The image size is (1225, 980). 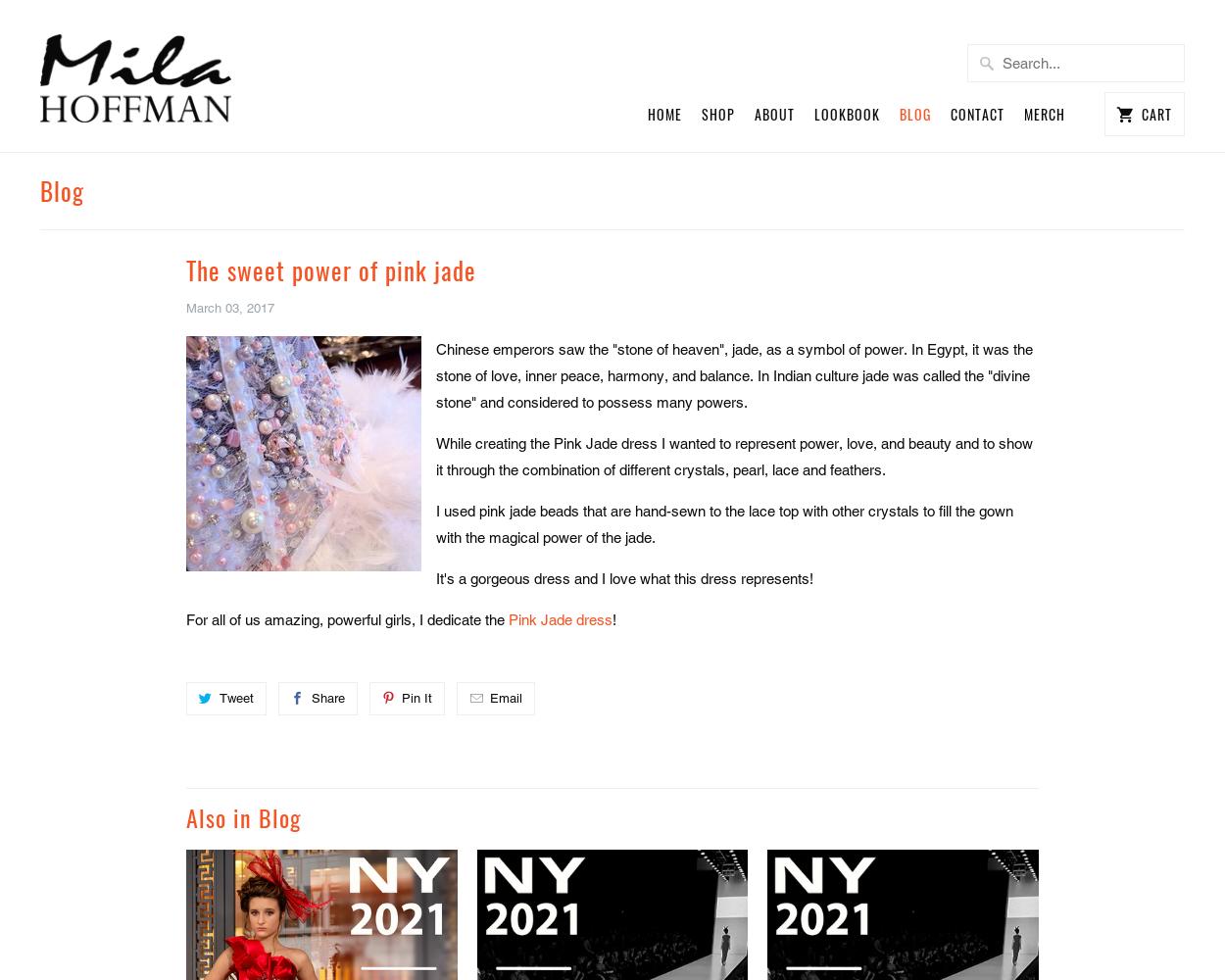 I want to click on 'Pin It', so click(x=416, y=696).